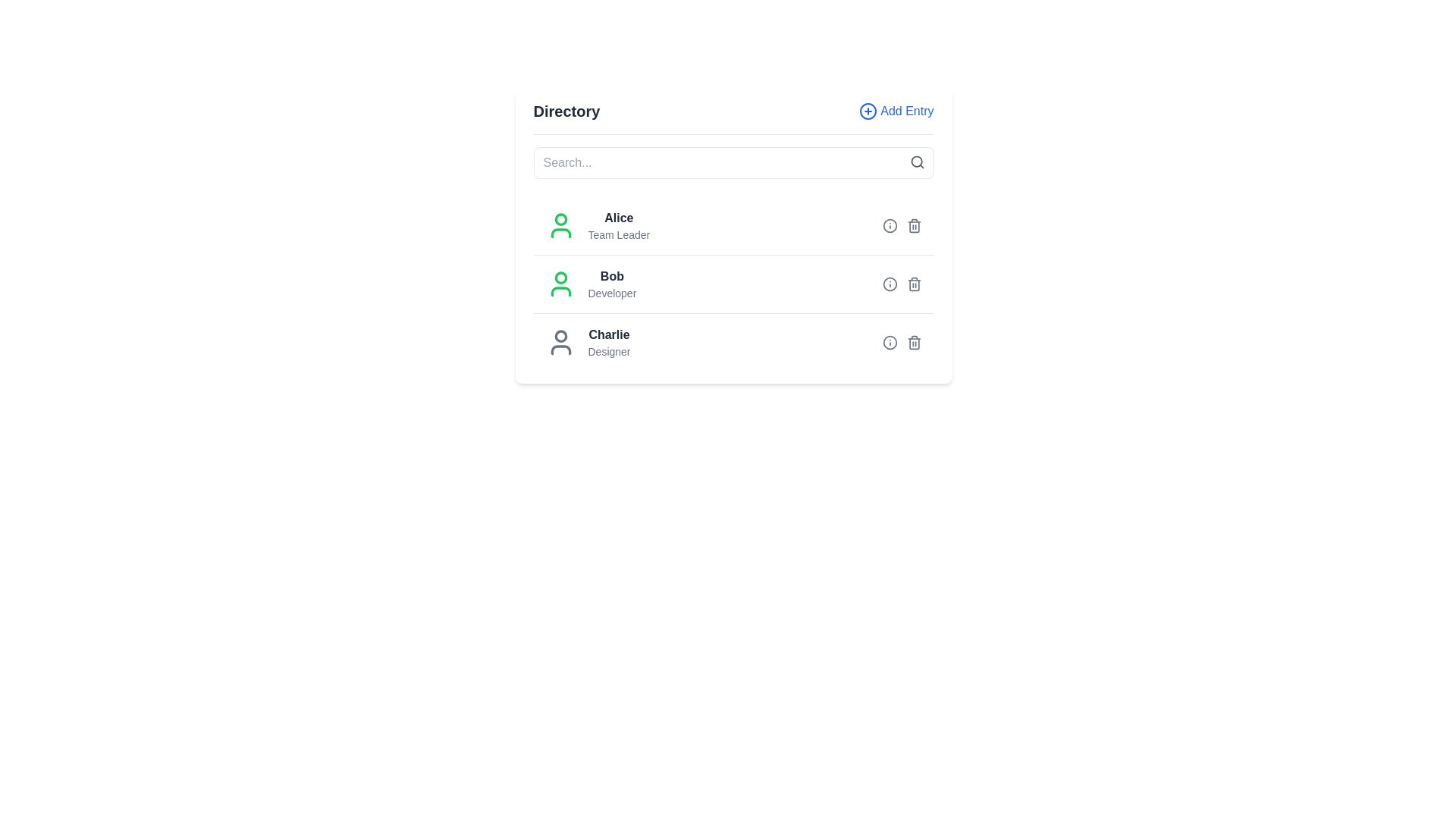  Describe the element at coordinates (612, 277) in the screenshot. I see `the text label displaying the name 'Bob' in bold font and dark gray color, which is part of a user entry structure` at that location.